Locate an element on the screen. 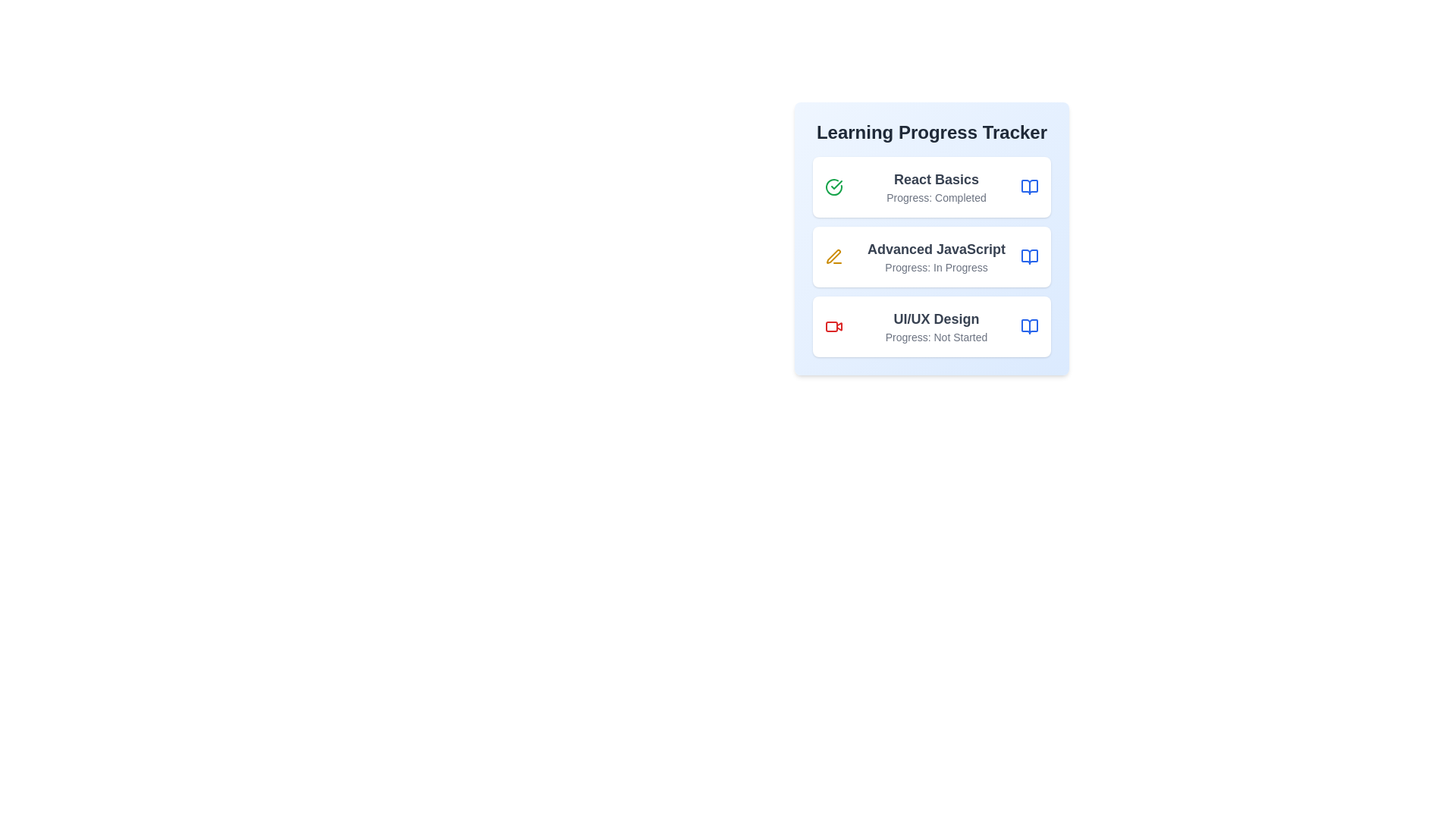  the book icon for the course UI/UX Design to explore its resources is located at coordinates (1030, 326).